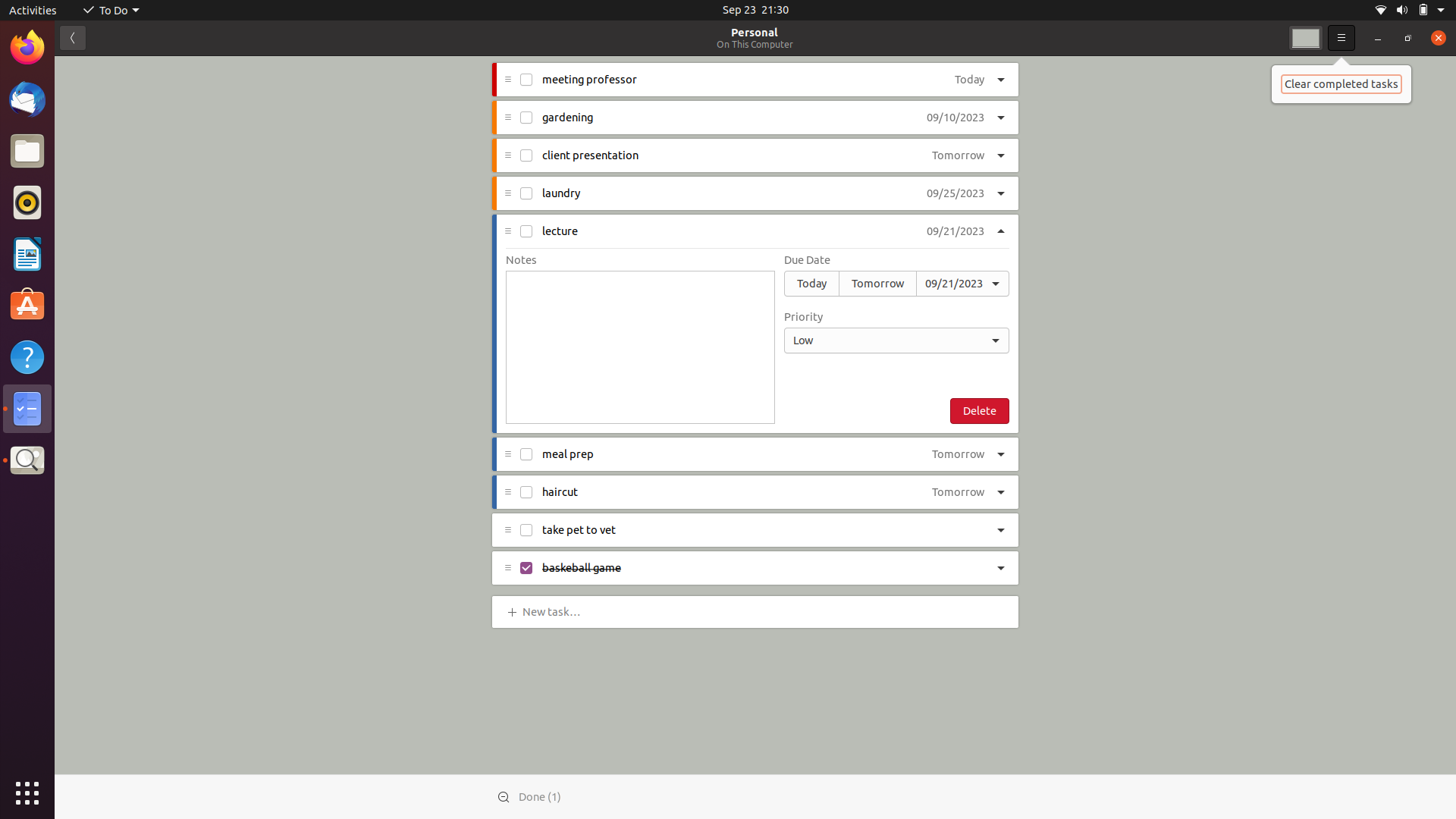 This screenshot has height=819, width=1456. What do you see at coordinates (527, 192) in the screenshot?
I see `Indicate "laundry" task has been accomplished` at bounding box center [527, 192].